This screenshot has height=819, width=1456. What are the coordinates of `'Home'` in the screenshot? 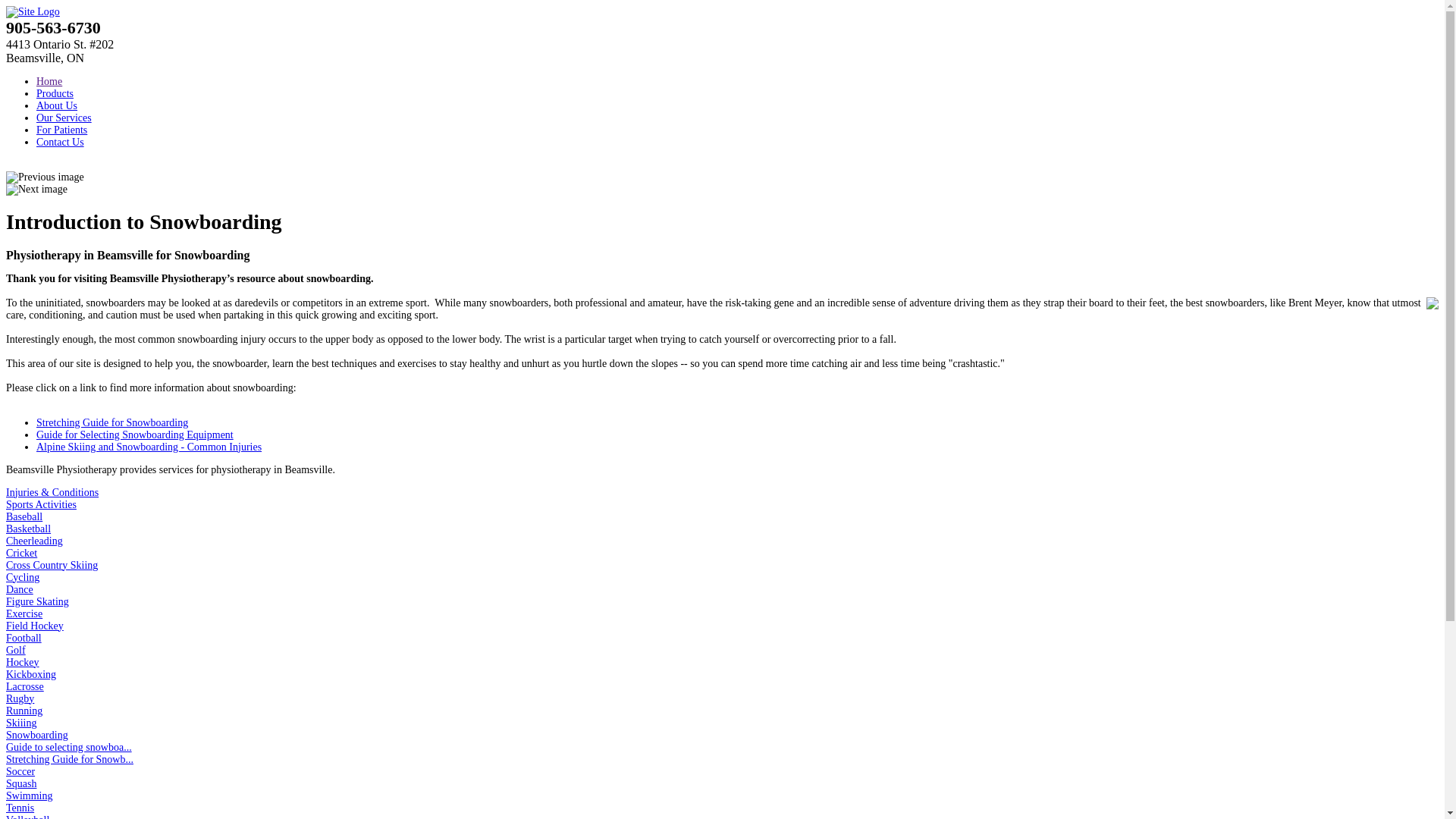 It's located at (36, 81).